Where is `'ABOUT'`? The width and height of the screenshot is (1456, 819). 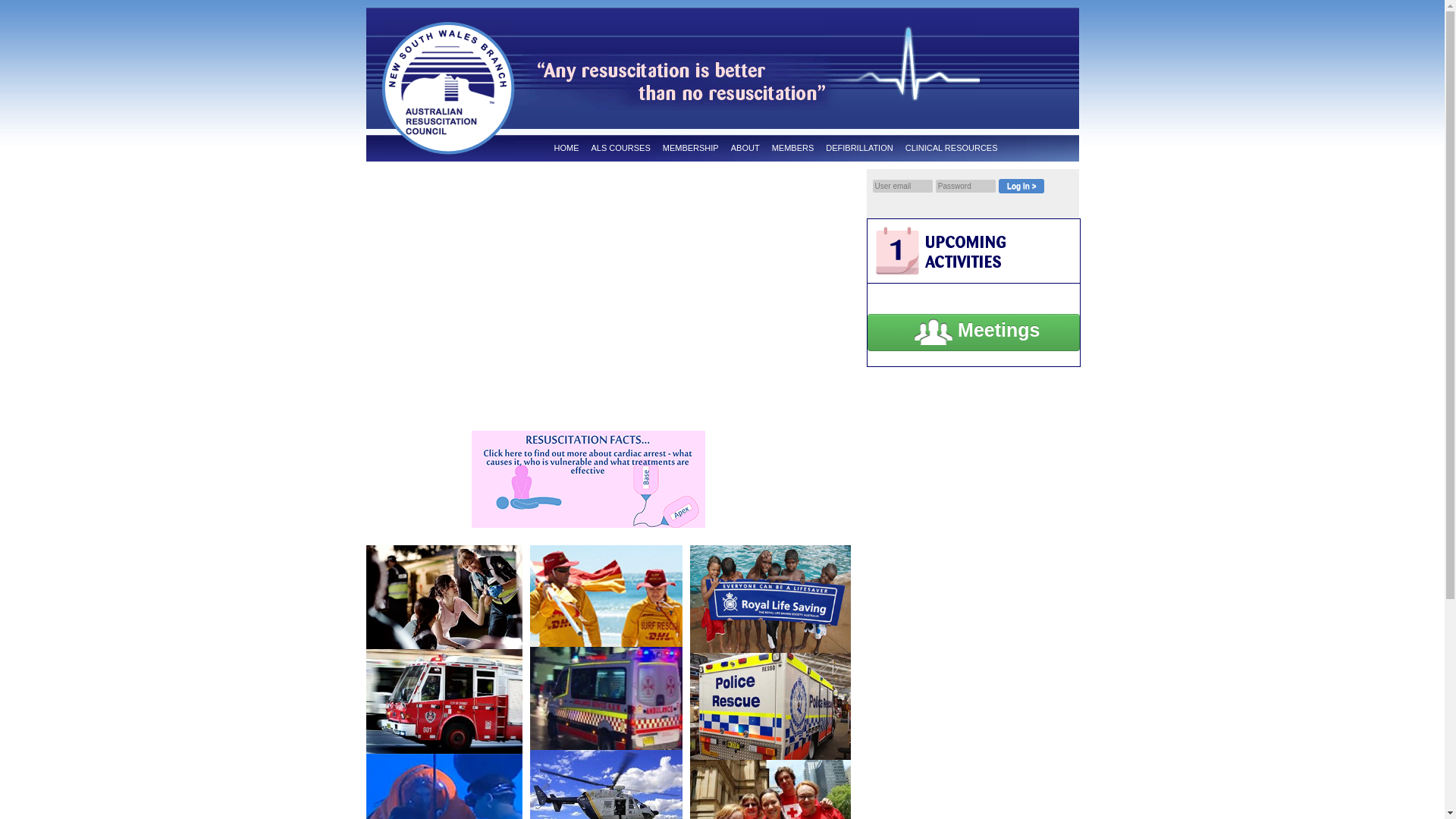 'ABOUT' is located at coordinates (745, 148).